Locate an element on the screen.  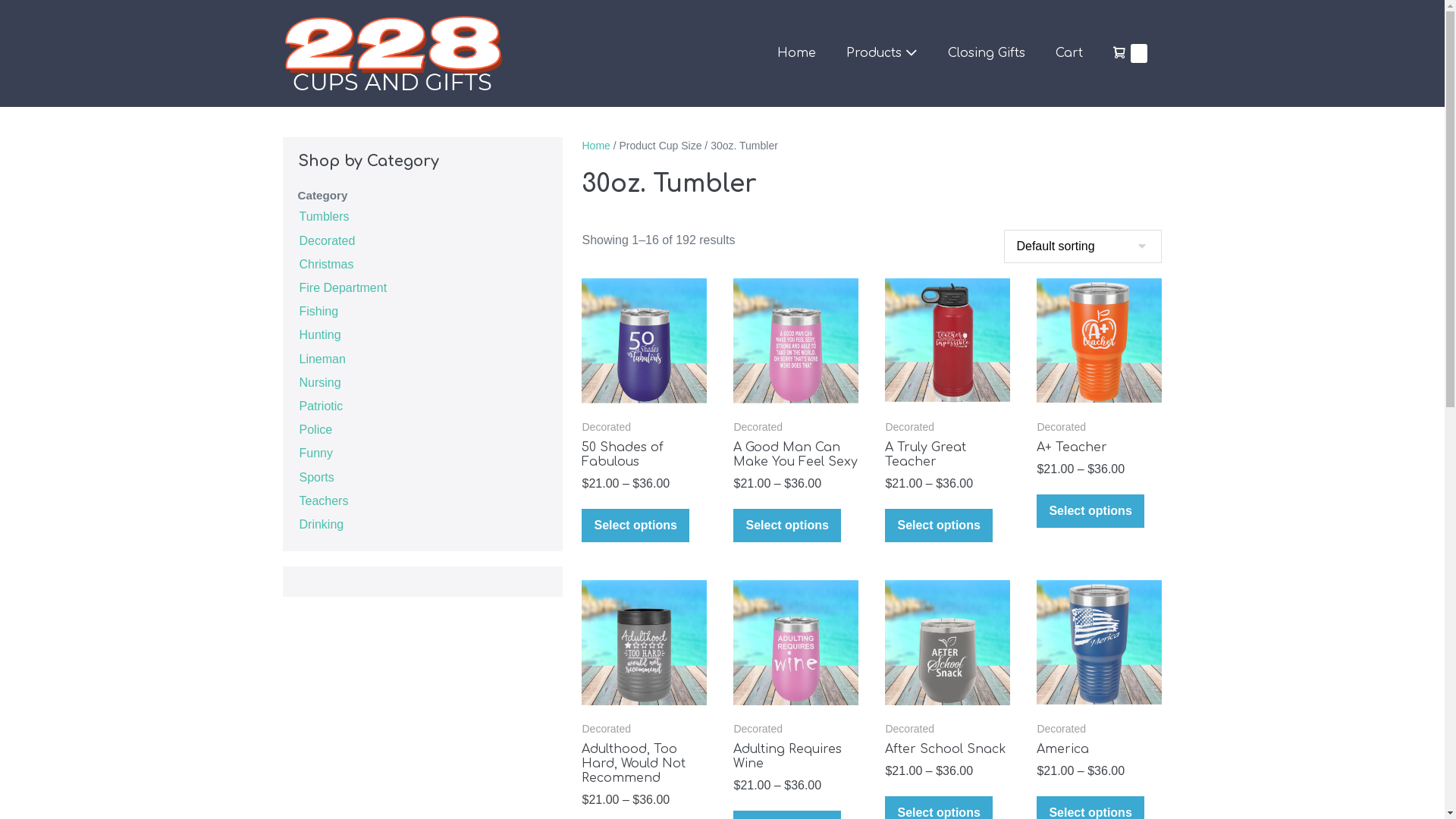
'50 Shades of Fabulous' is located at coordinates (644, 454).